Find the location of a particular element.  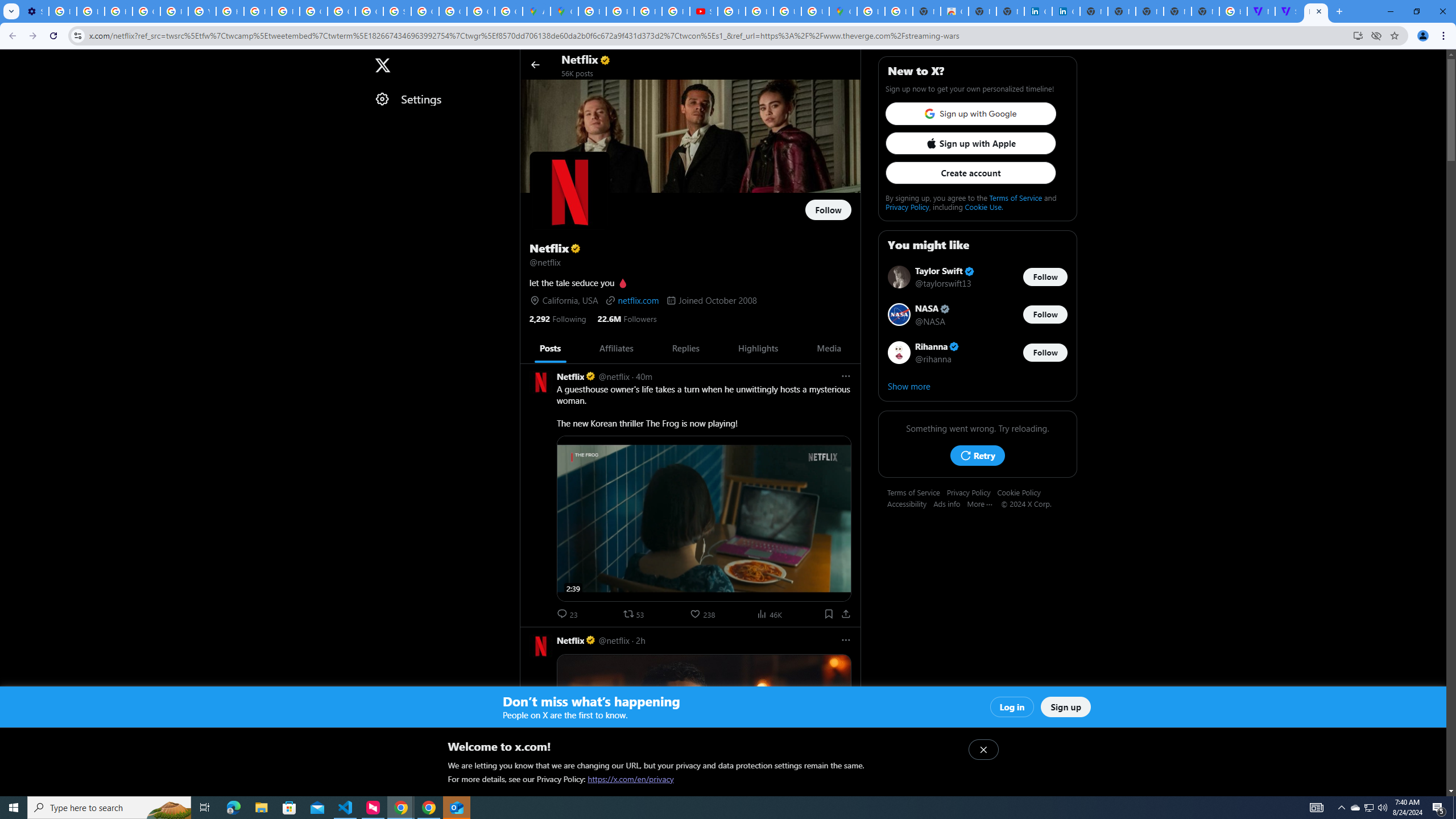

'Sign up' is located at coordinates (1065, 706).